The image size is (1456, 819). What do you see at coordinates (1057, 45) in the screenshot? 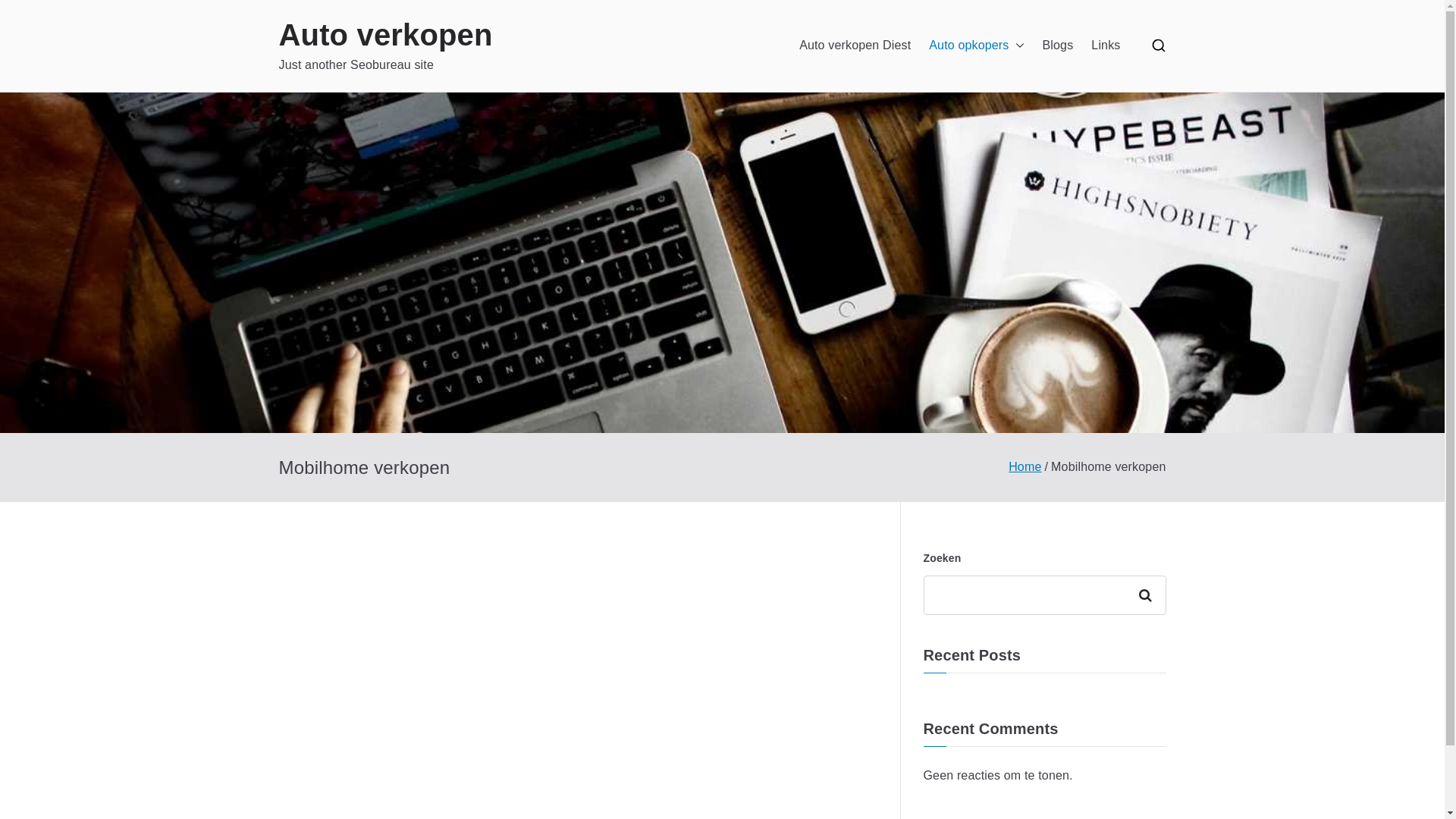
I see `'Blogs'` at bounding box center [1057, 45].